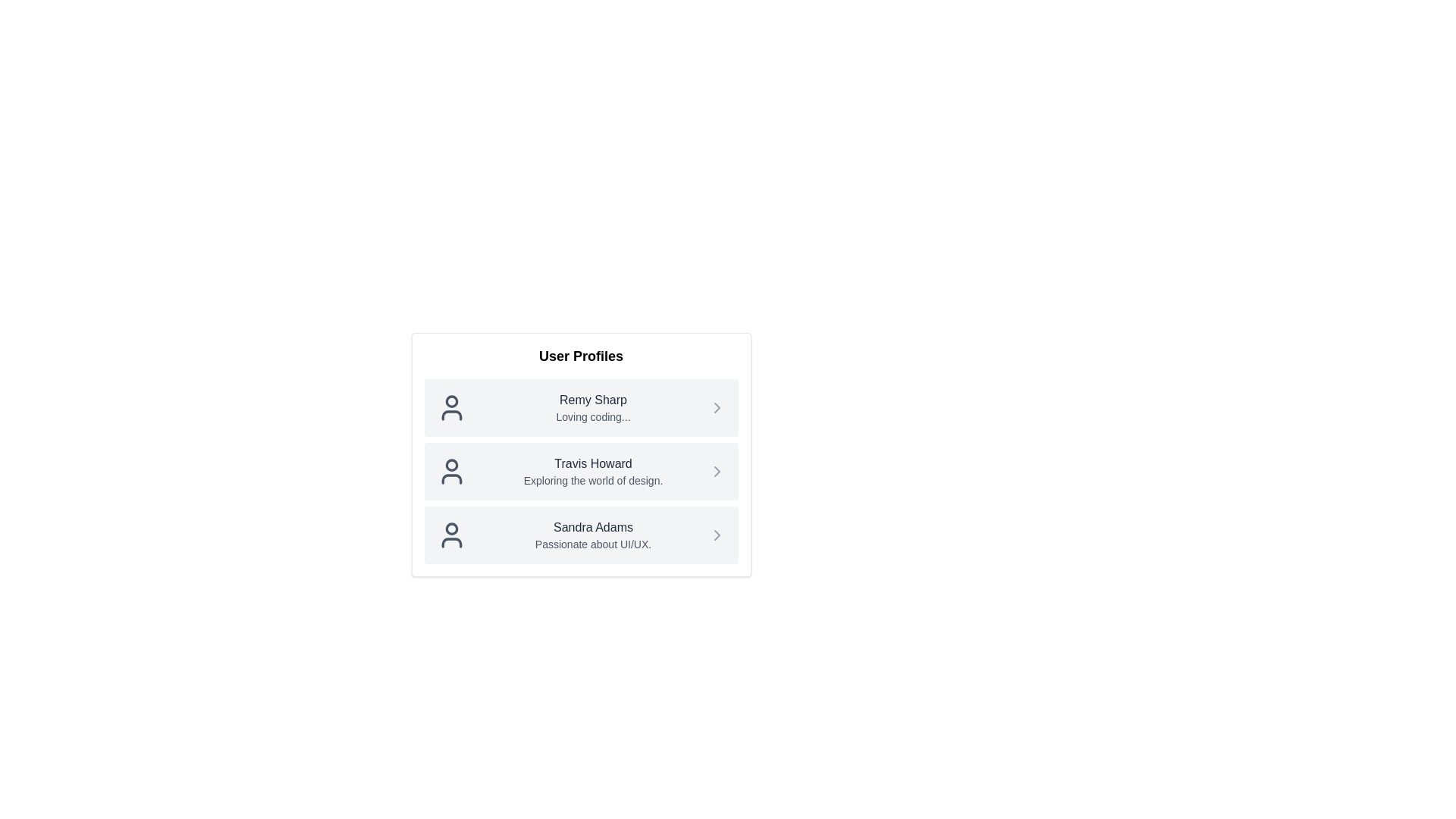  Describe the element at coordinates (450, 470) in the screenshot. I see `the user profile icon located adjacent to the text 'Travis Howard' and above the description 'Exploring the world of design.'` at that location.